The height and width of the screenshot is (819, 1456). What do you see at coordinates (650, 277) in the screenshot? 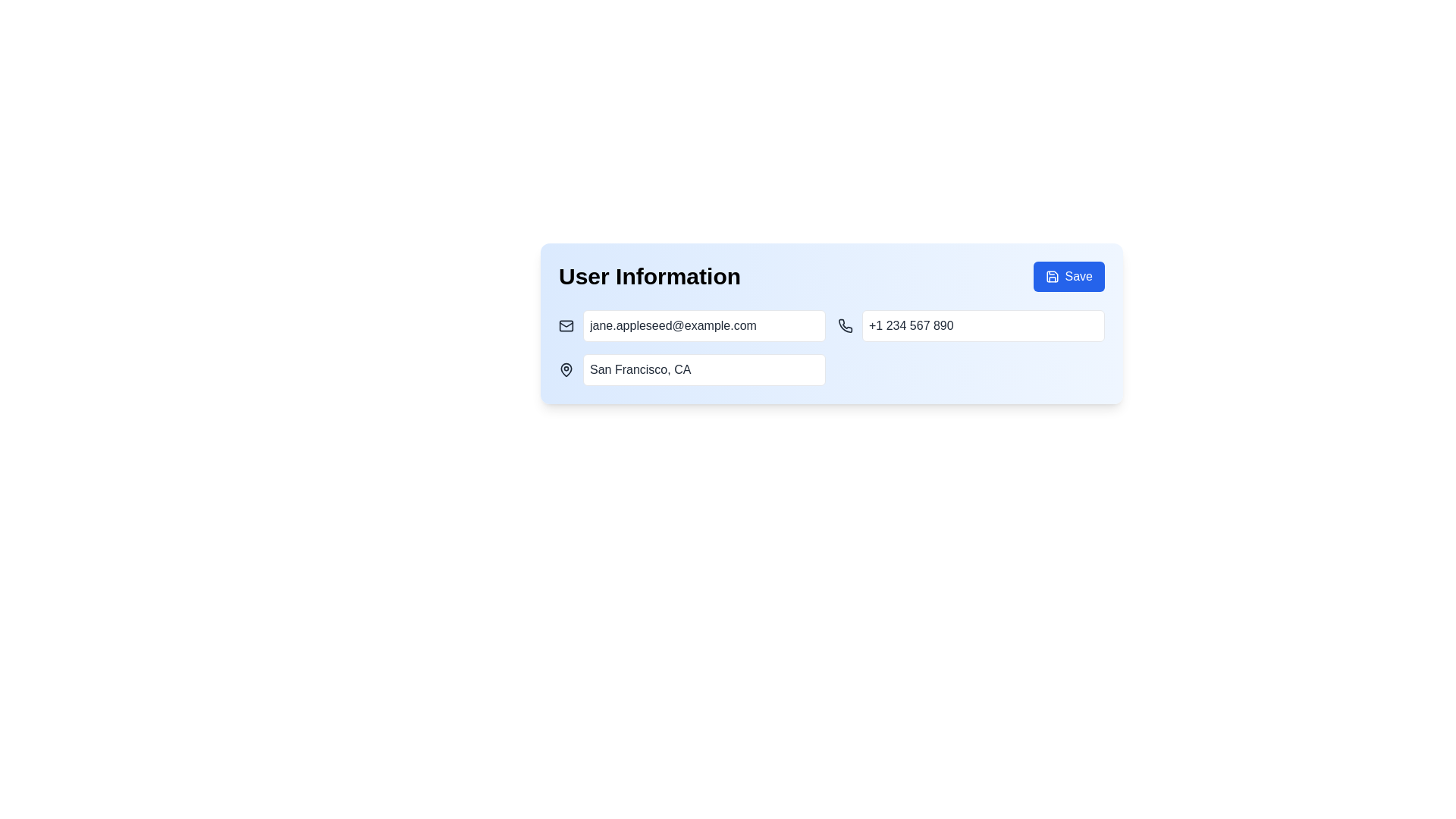
I see `the 'User Information' text label, which is prominently displayed at the top-left of the form, to engage with the surrounding context` at bounding box center [650, 277].